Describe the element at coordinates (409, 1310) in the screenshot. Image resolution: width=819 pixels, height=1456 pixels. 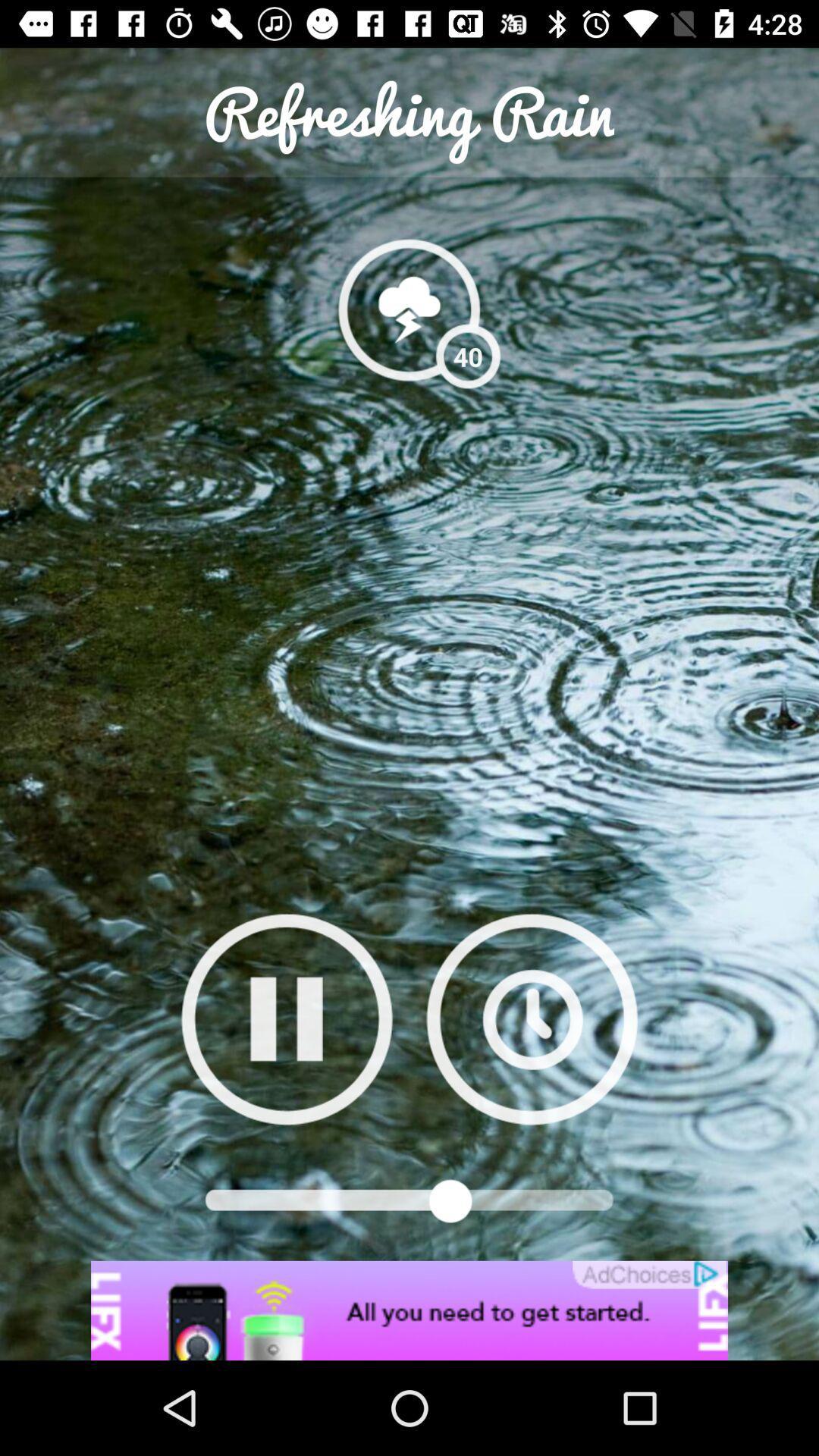
I see `advertising bar` at that location.